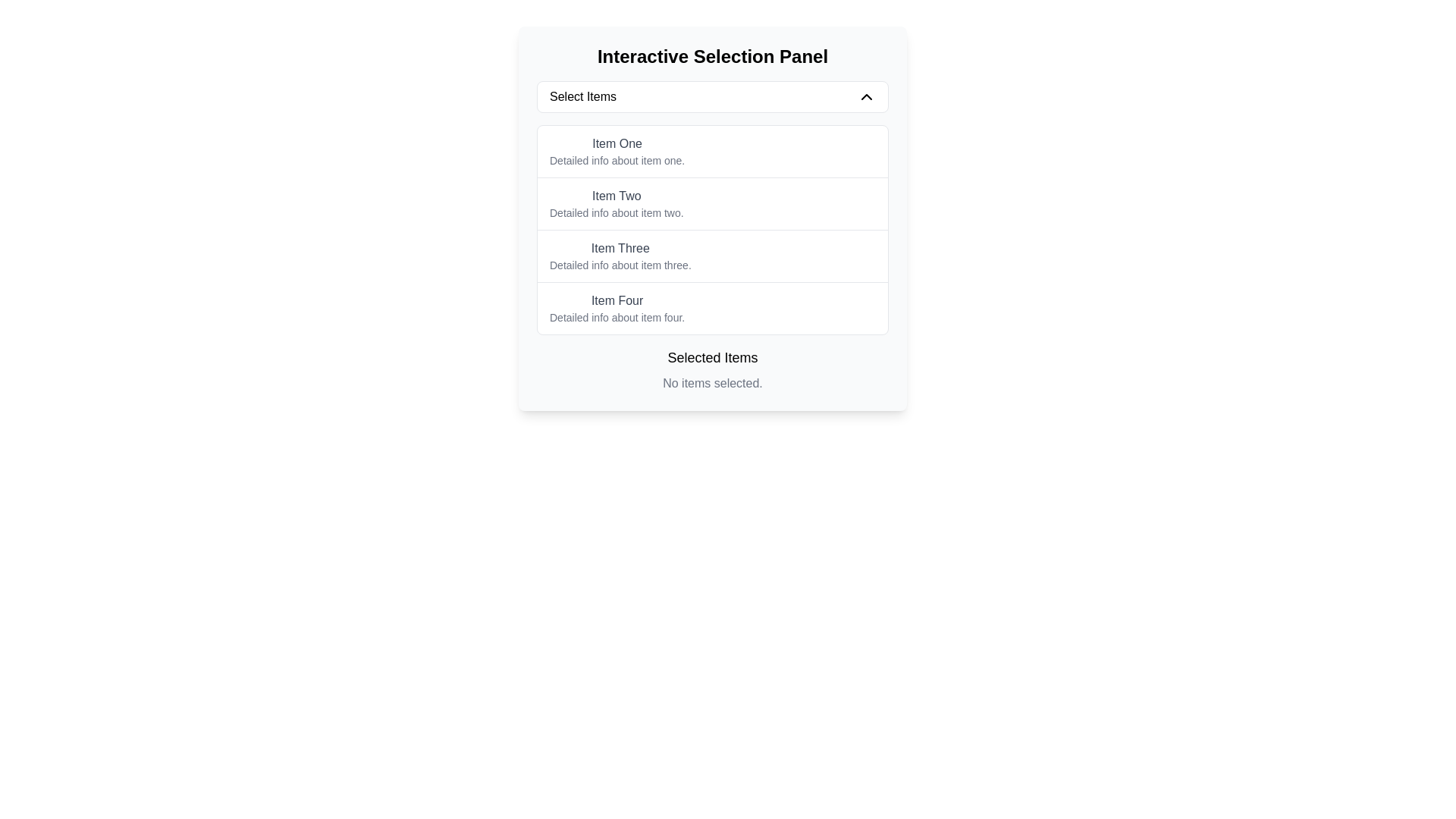 Image resolution: width=1456 pixels, height=819 pixels. Describe the element at coordinates (617, 152) in the screenshot. I see `text displayed in the Text display block titled 'Item One,' which includes the subtitle 'Detailed info about item one.'` at that location.